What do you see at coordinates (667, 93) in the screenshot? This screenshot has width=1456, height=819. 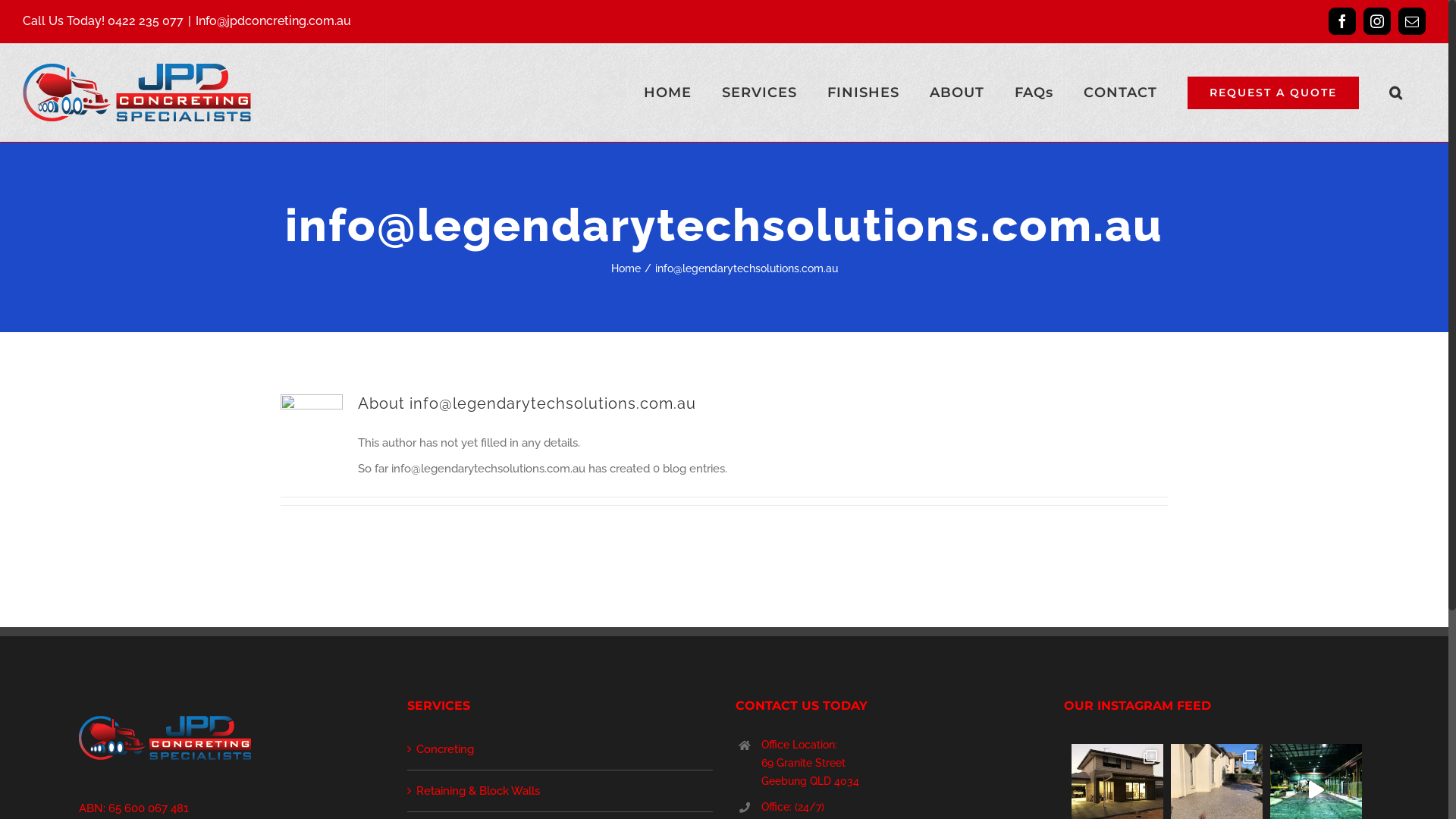 I see `'HOME'` at bounding box center [667, 93].